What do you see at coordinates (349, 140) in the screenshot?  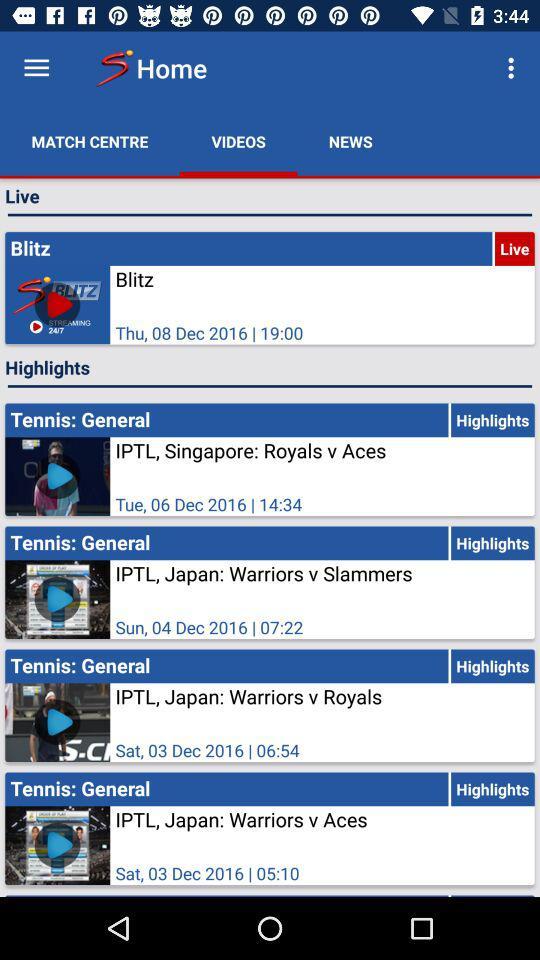 I see `news item` at bounding box center [349, 140].